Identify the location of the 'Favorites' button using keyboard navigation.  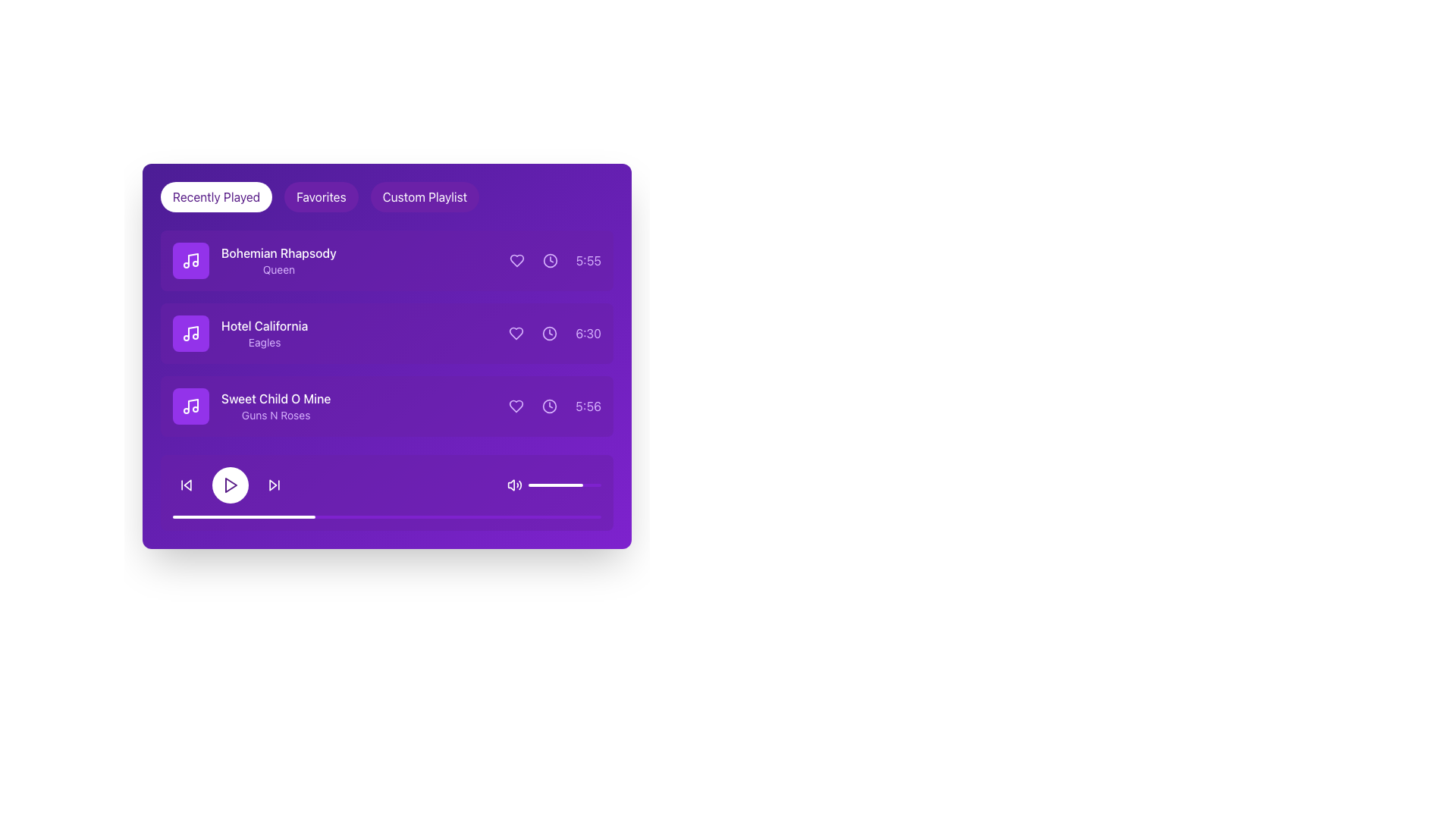
(320, 196).